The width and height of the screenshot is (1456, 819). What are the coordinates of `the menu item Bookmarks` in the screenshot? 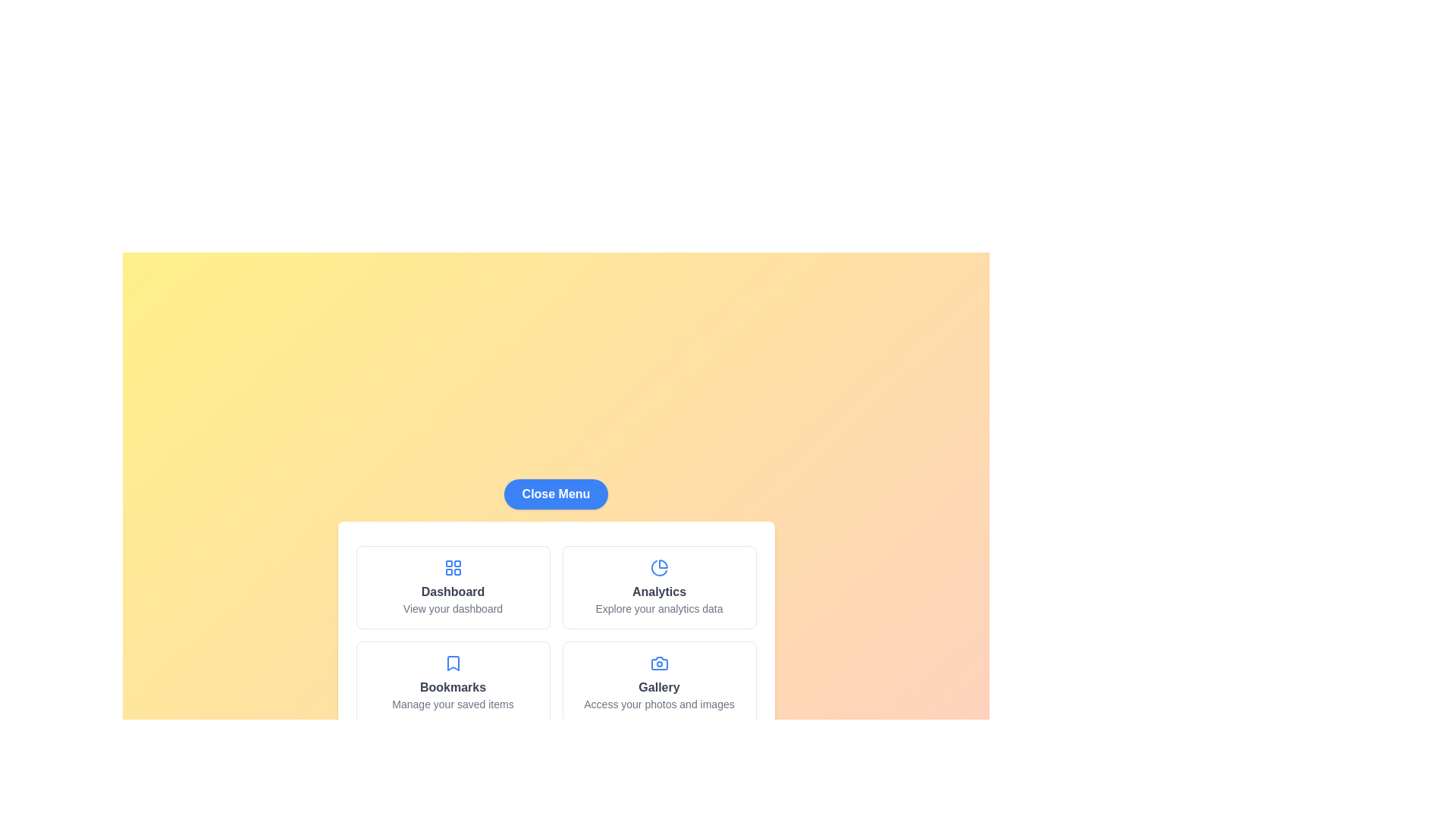 It's located at (452, 683).